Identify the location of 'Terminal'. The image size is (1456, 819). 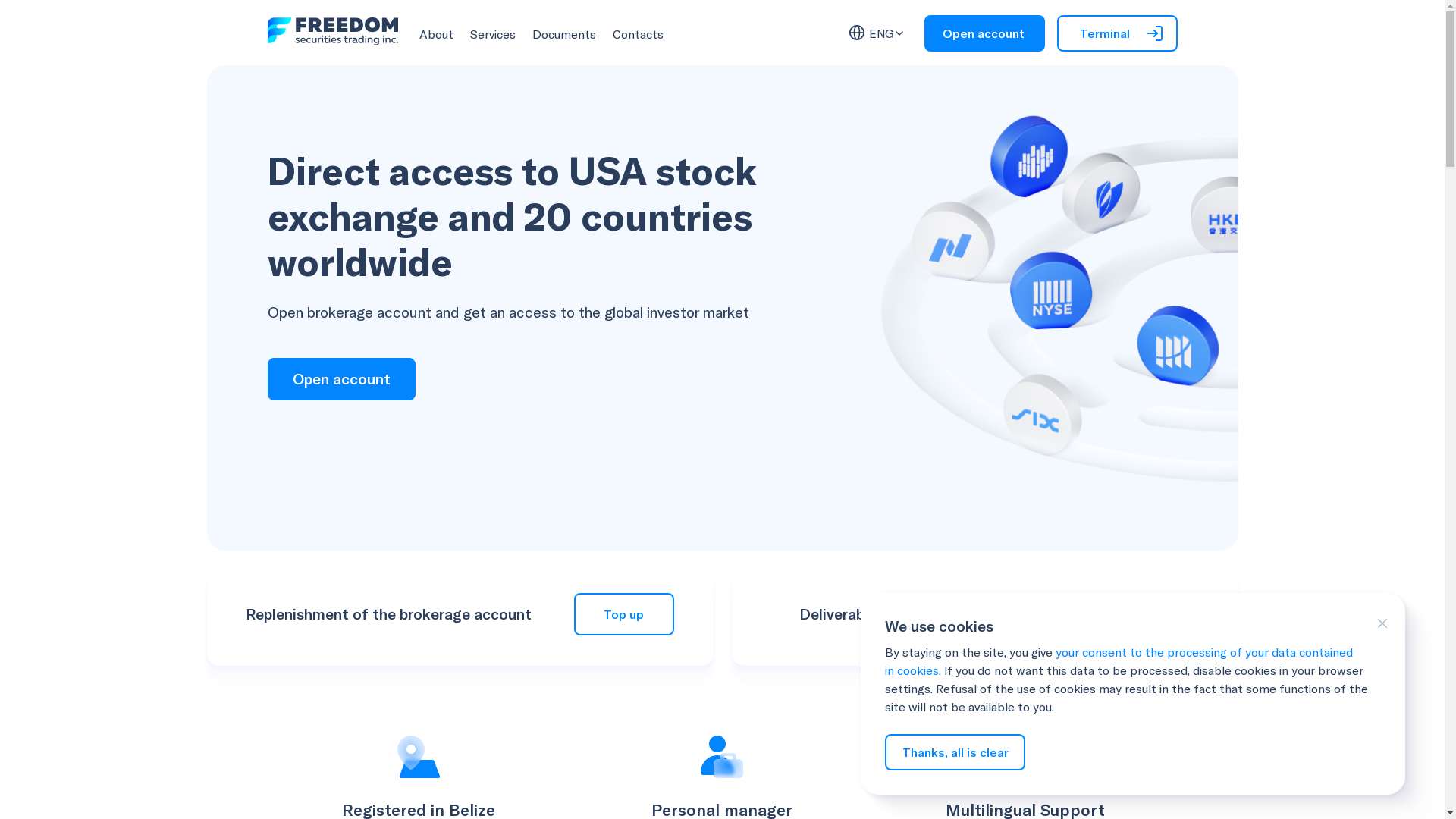
(1117, 33).